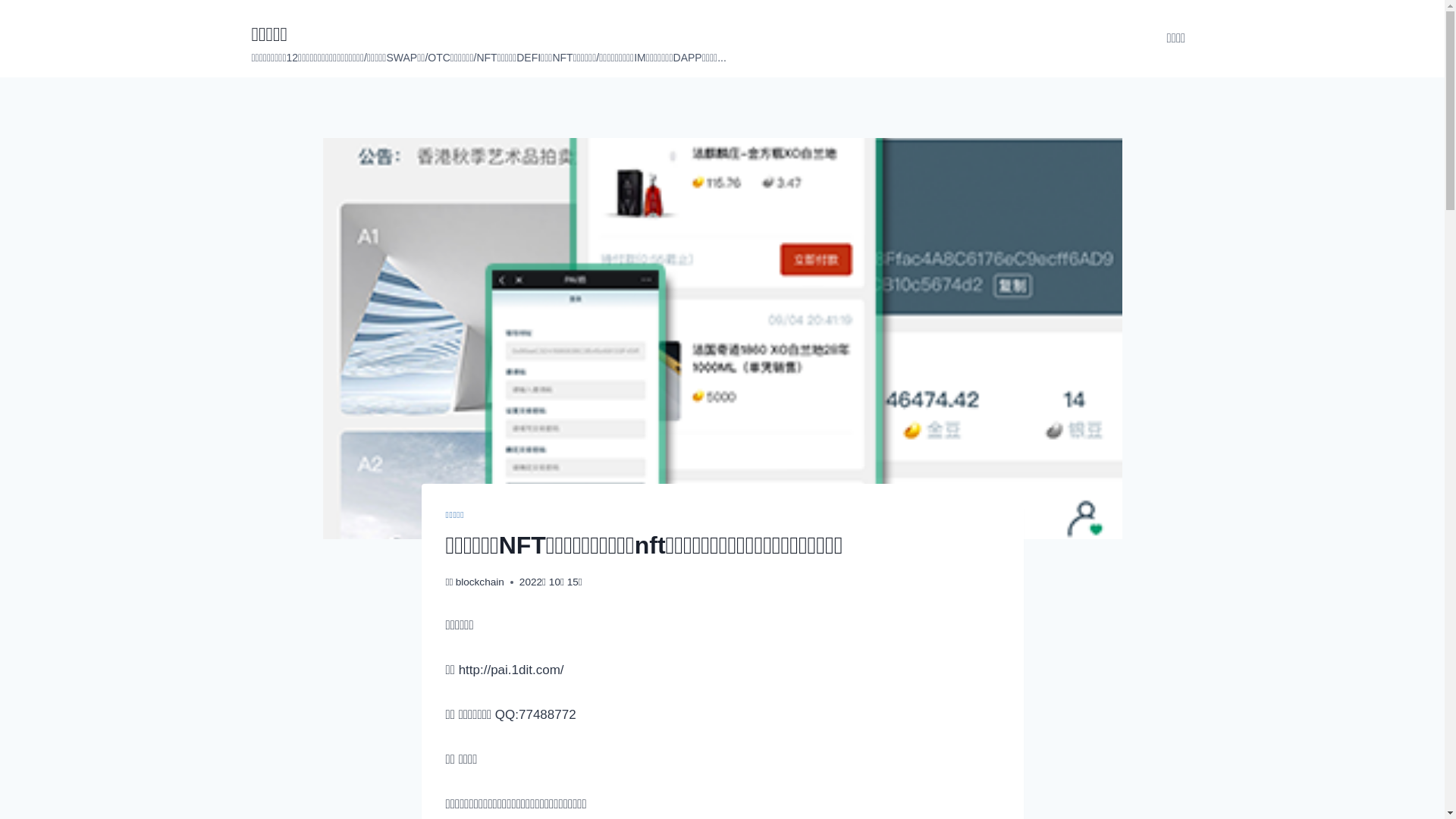  Describe the element at coordinates (479, 581) in the screenshot. I see `'blockchain'` at that location.